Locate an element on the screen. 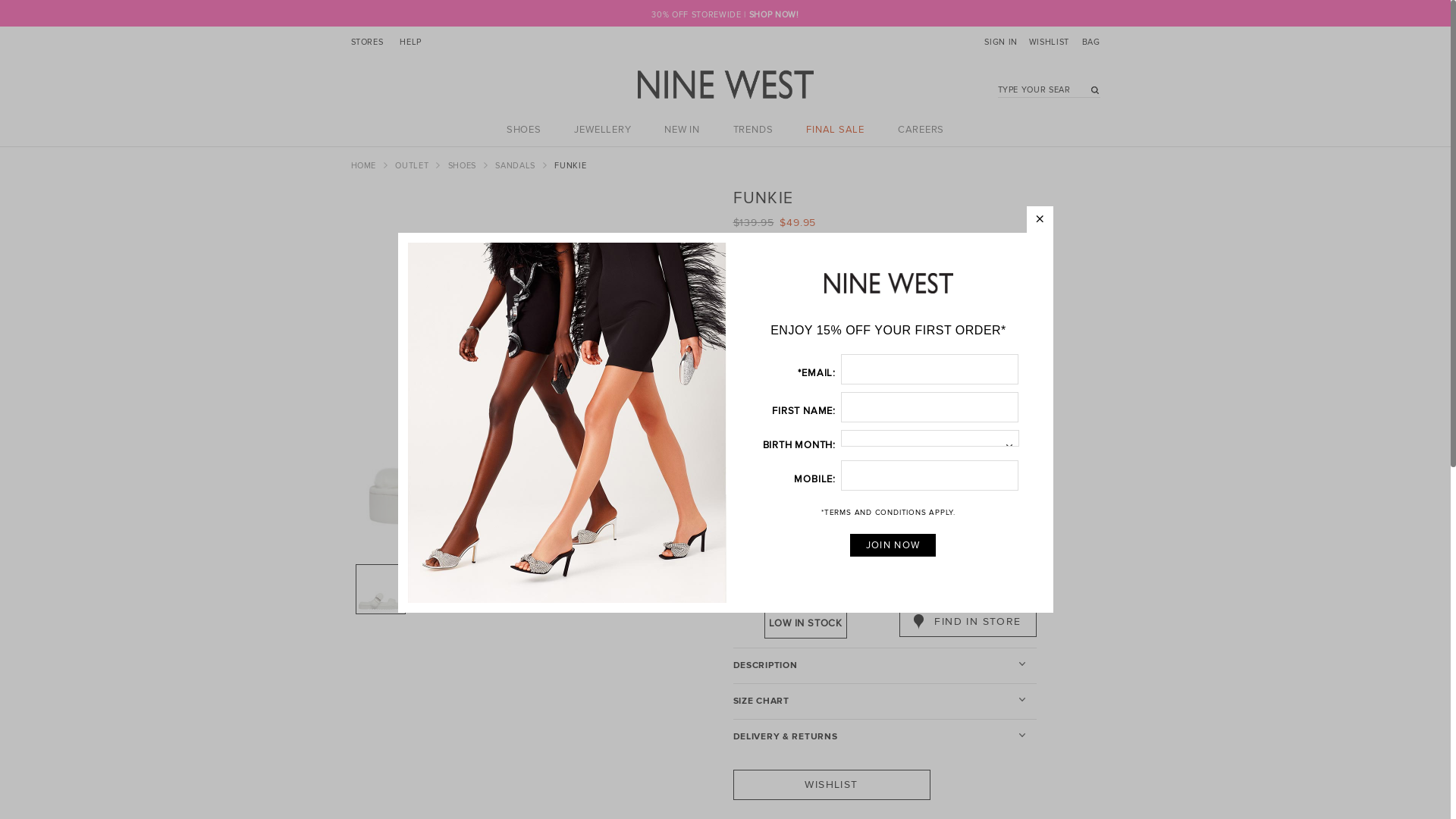  '9.5' is located at coordinates (899, 397).